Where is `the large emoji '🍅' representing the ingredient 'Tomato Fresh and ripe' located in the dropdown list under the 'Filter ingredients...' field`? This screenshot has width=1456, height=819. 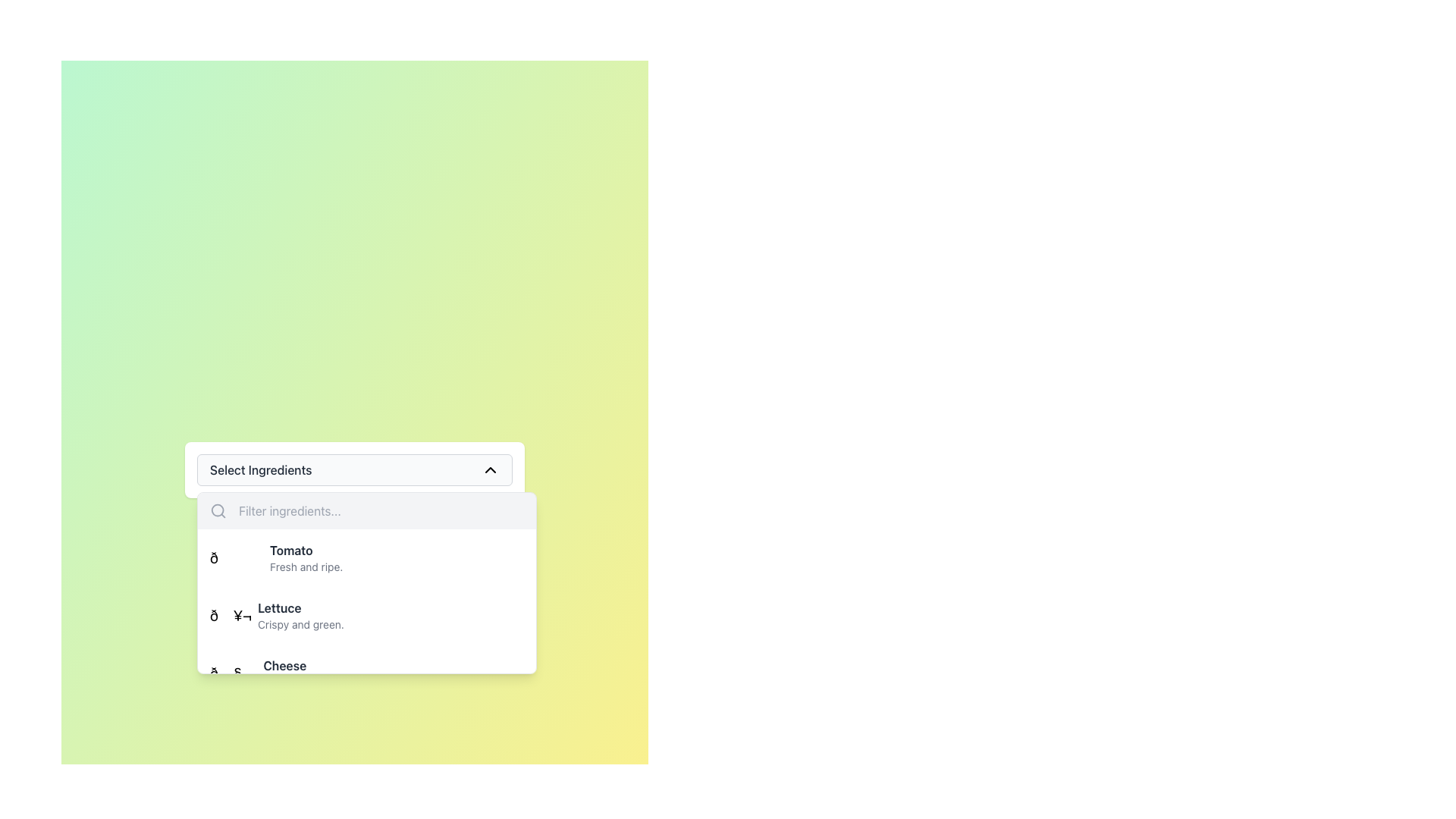
the large emoji '🍅' representing the ingredient 'Tomato Fresh and ripe' located in the dropdown list under the 'Filter ingredients...' field is located at coordinates (236, 558).